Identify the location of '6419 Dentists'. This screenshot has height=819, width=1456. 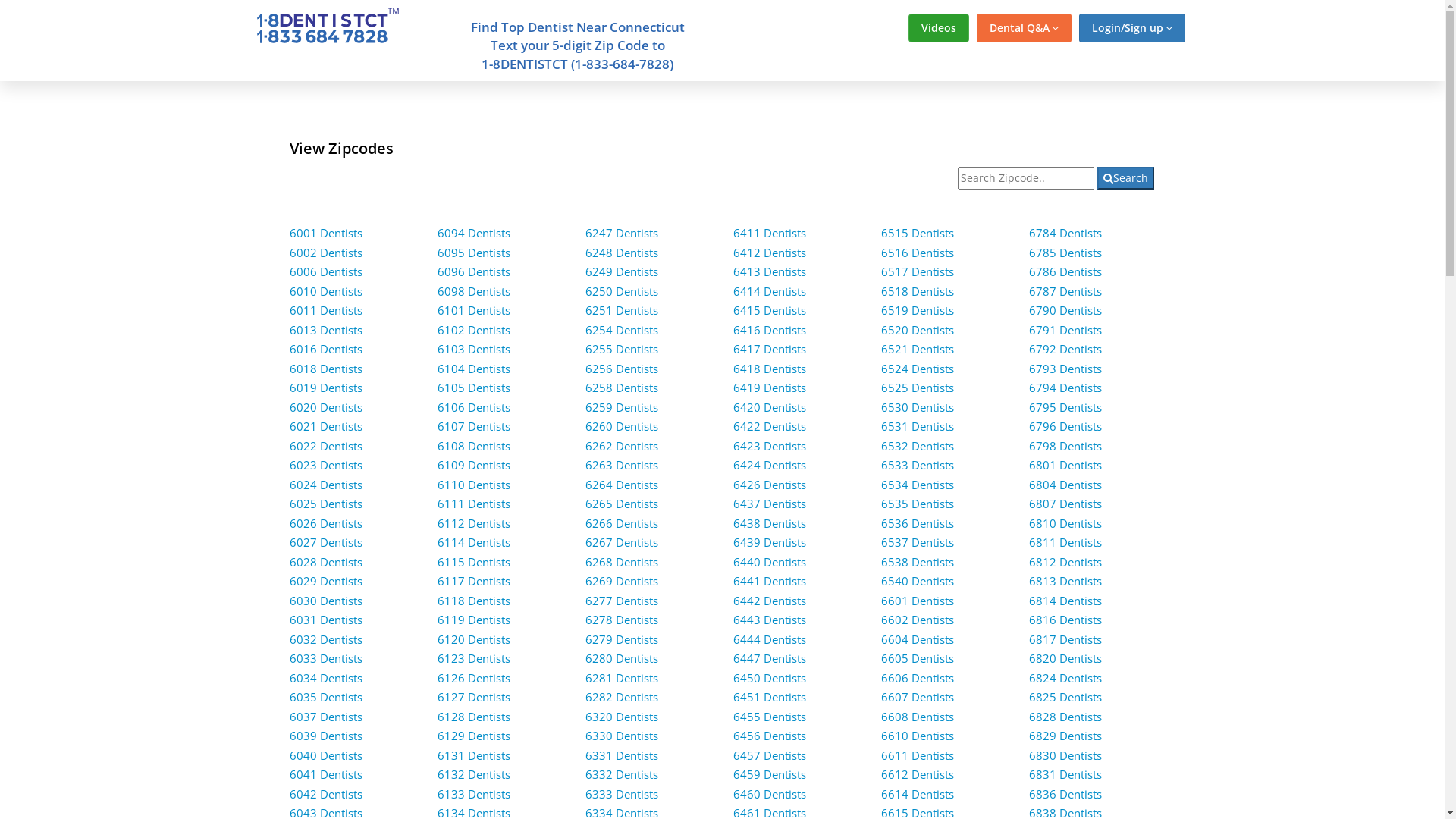
(769, 386).